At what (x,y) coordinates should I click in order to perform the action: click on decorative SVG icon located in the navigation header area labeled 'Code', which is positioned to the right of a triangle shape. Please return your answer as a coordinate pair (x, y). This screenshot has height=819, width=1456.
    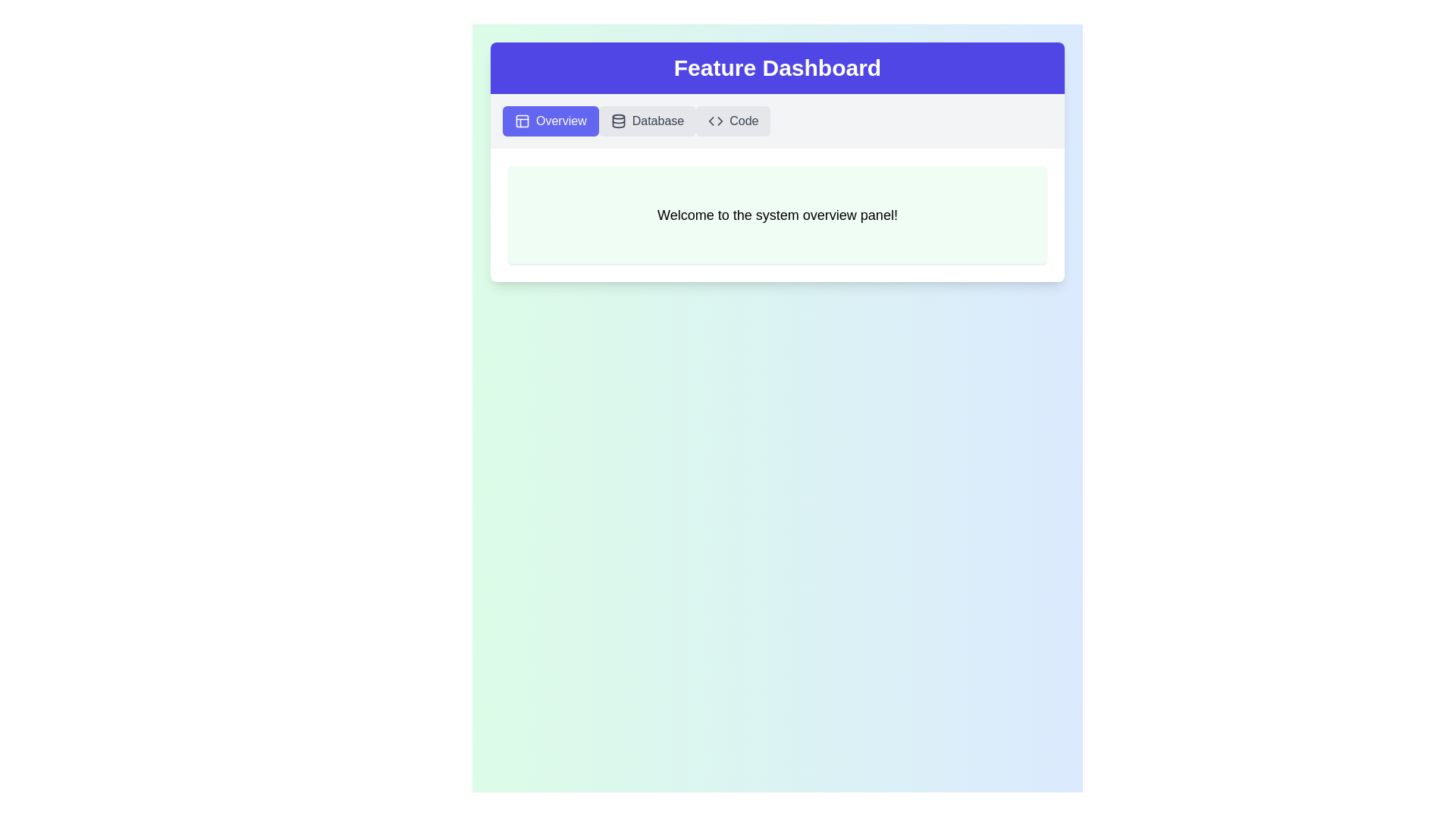
    Looking at the image, I should click on (720, 120).